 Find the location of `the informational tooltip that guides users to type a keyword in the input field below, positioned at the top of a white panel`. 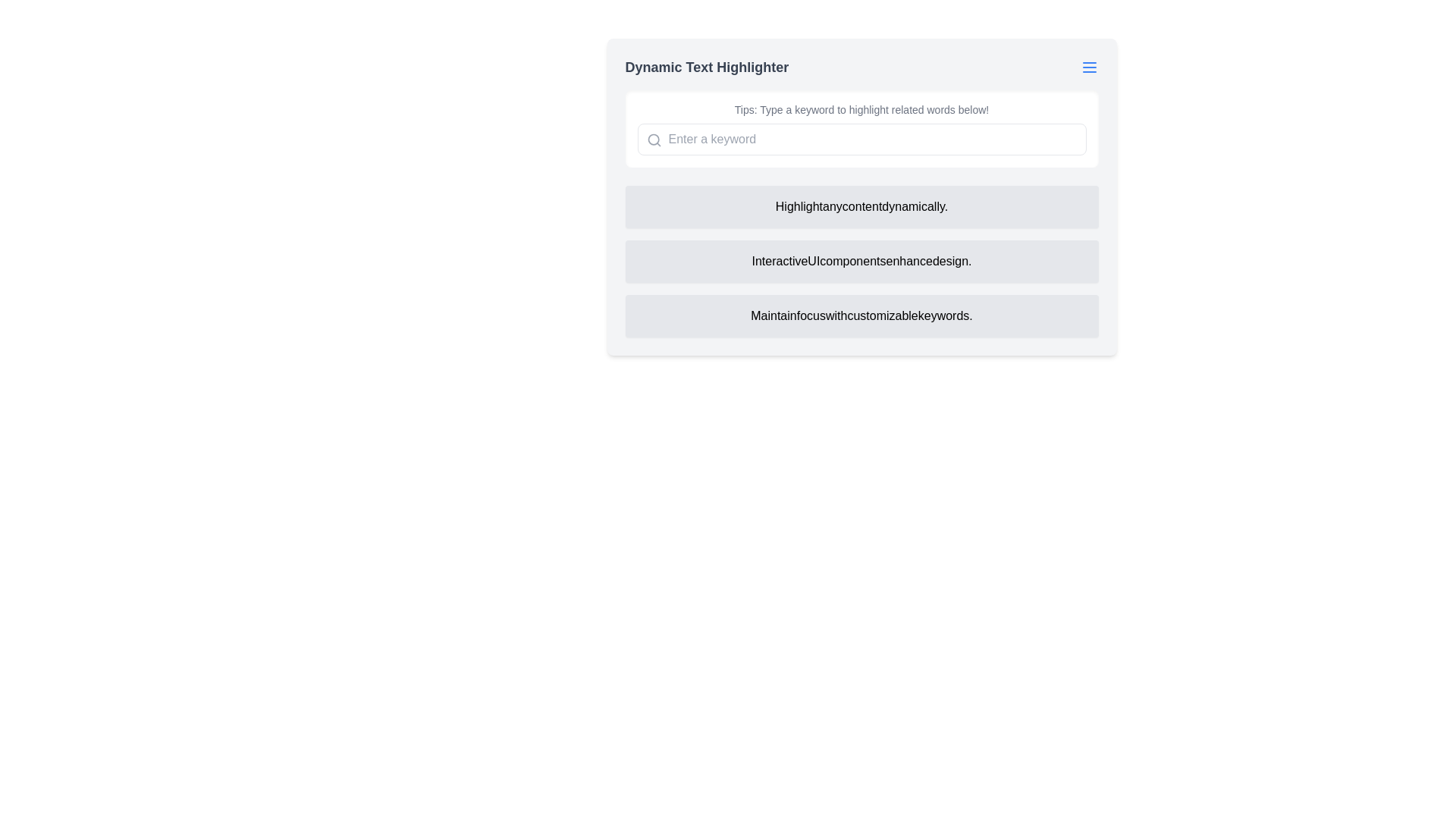

the informational tooltip that guides users to type a keyword in the input field below, positioned at the top of a white panel is located at coordinates (861, 109).